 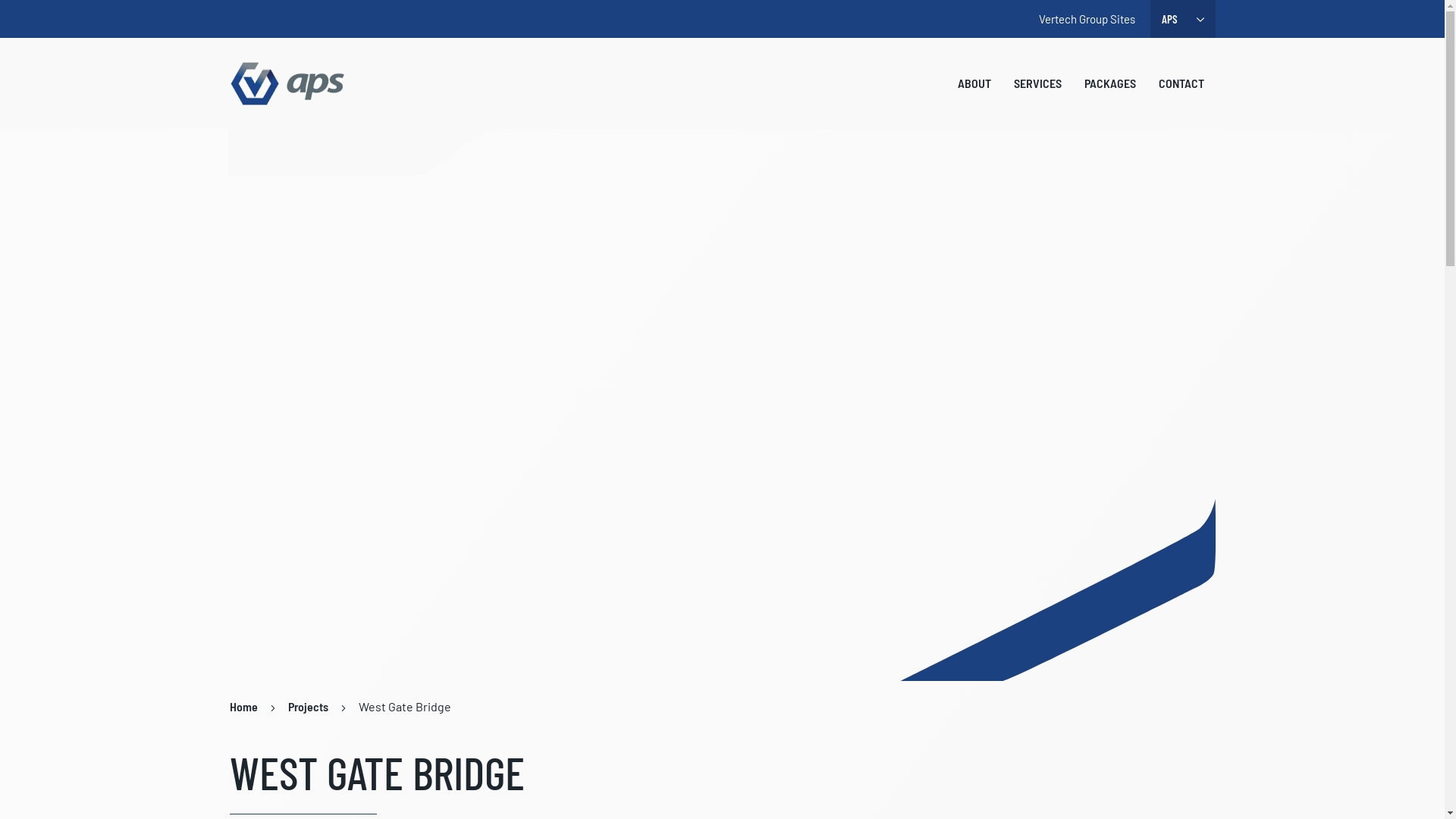 What do you see at coordinates (1037, 83) in the screenshot?
I see `'SERVICES'` at bounding box center [1037, 83].